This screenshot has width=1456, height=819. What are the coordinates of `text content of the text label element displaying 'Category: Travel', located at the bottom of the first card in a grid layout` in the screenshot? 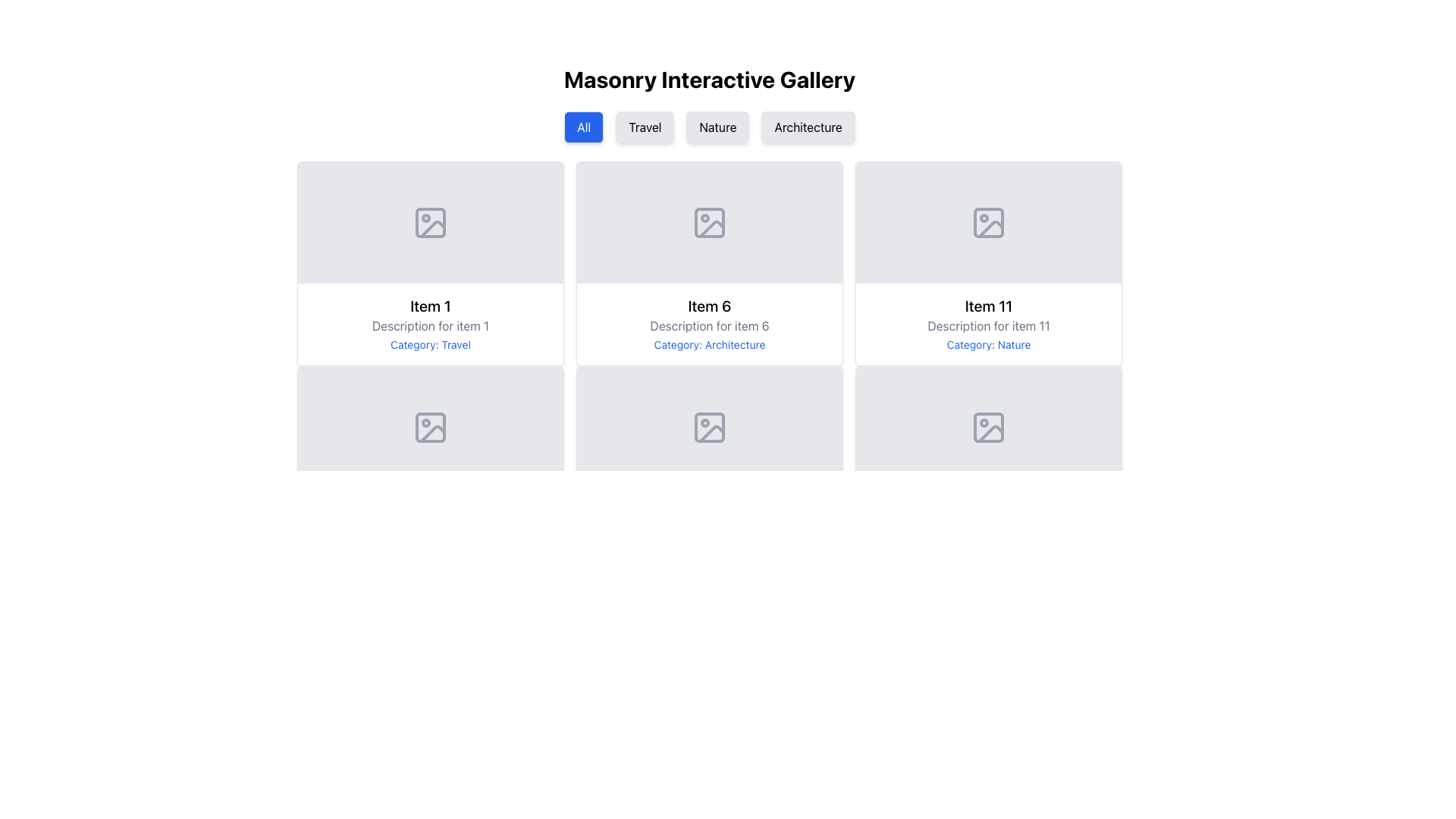 It's located at (429, 344).